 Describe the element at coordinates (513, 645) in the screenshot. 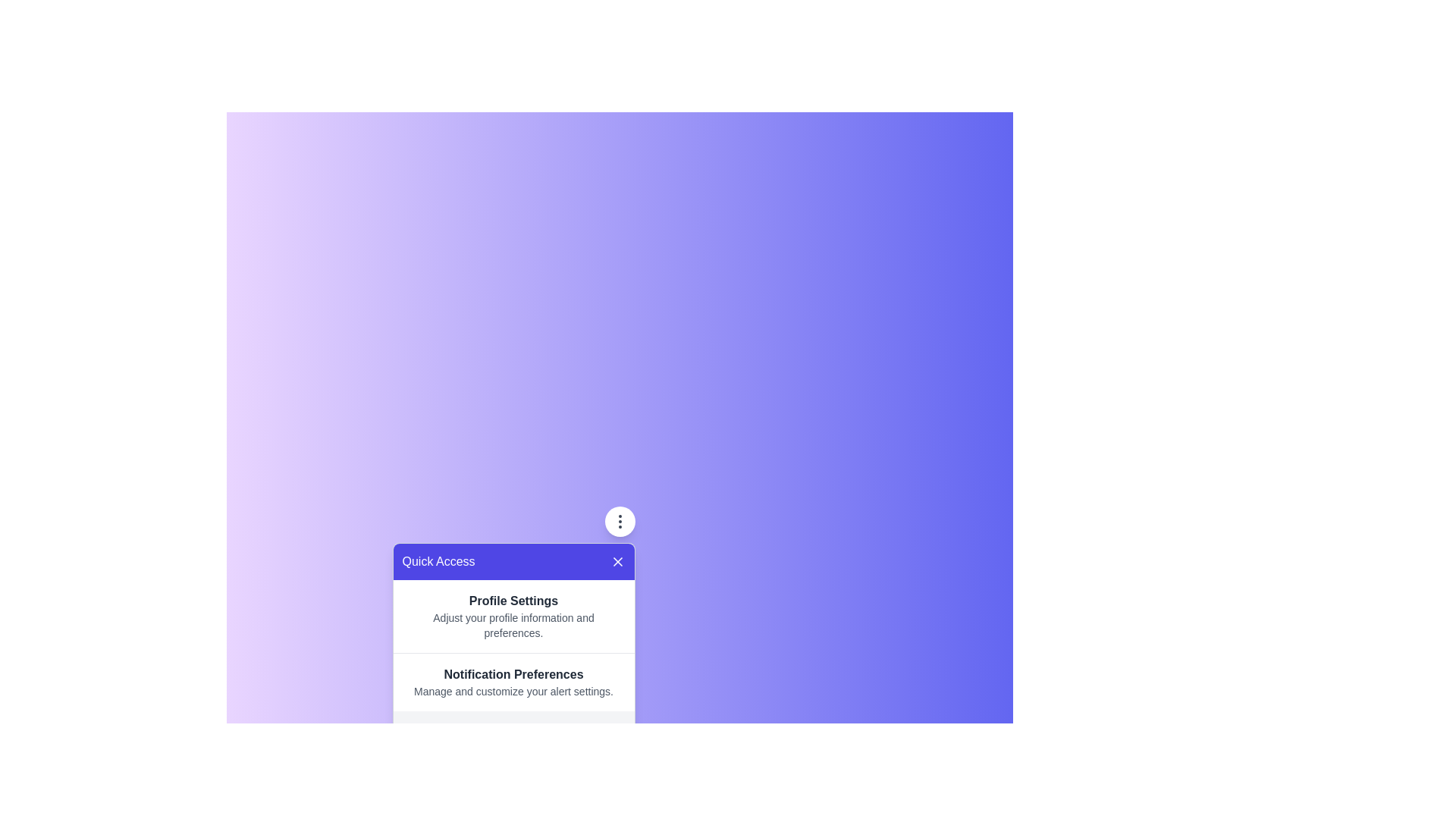

I see `descriptions for the options 'Profile Settings' and 'Notification Preferences' in the composite list element located beneath the 'Quick Access' section` at that location.